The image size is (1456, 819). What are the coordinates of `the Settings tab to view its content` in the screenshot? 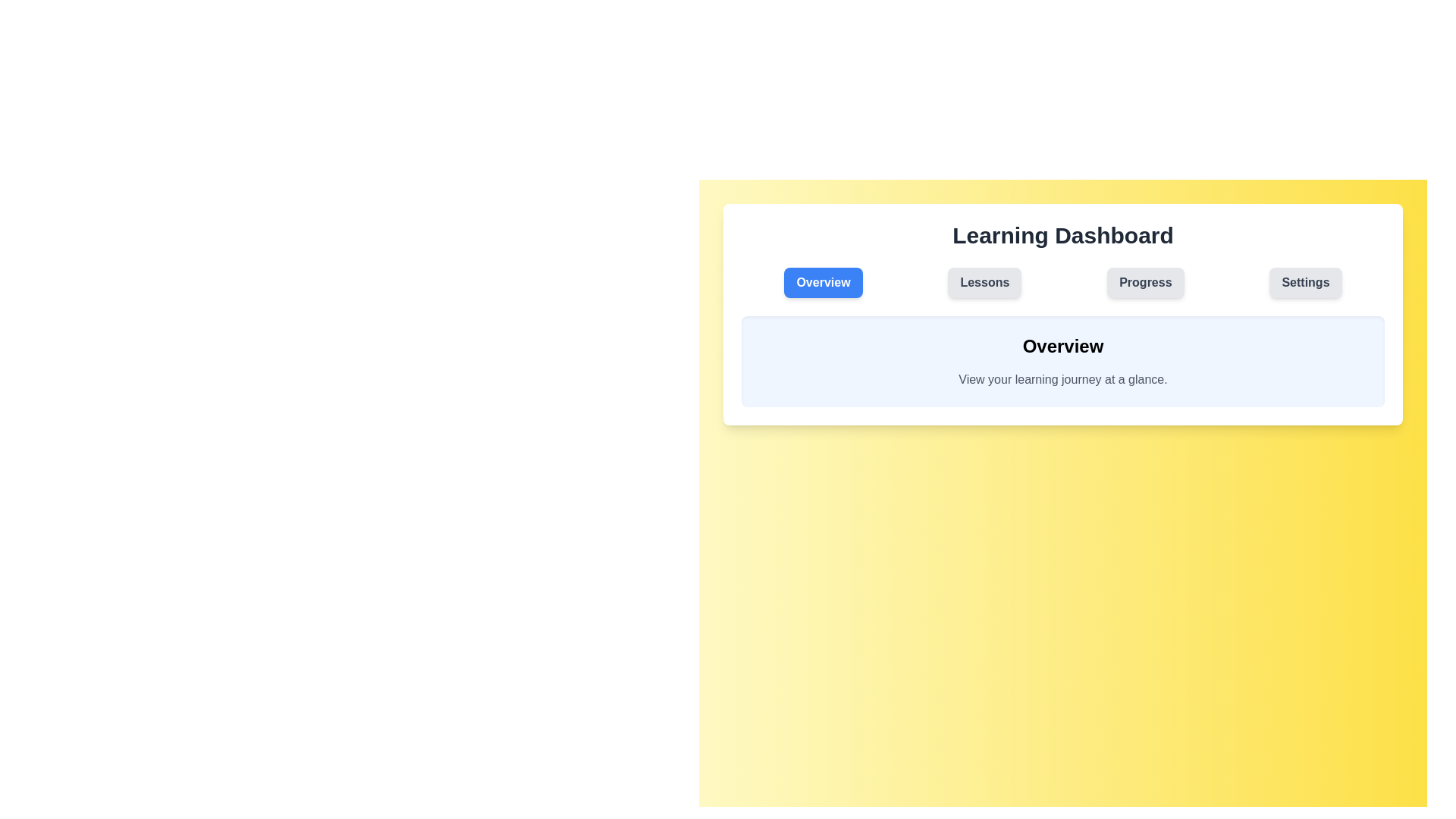 It's located at (1305, 283).